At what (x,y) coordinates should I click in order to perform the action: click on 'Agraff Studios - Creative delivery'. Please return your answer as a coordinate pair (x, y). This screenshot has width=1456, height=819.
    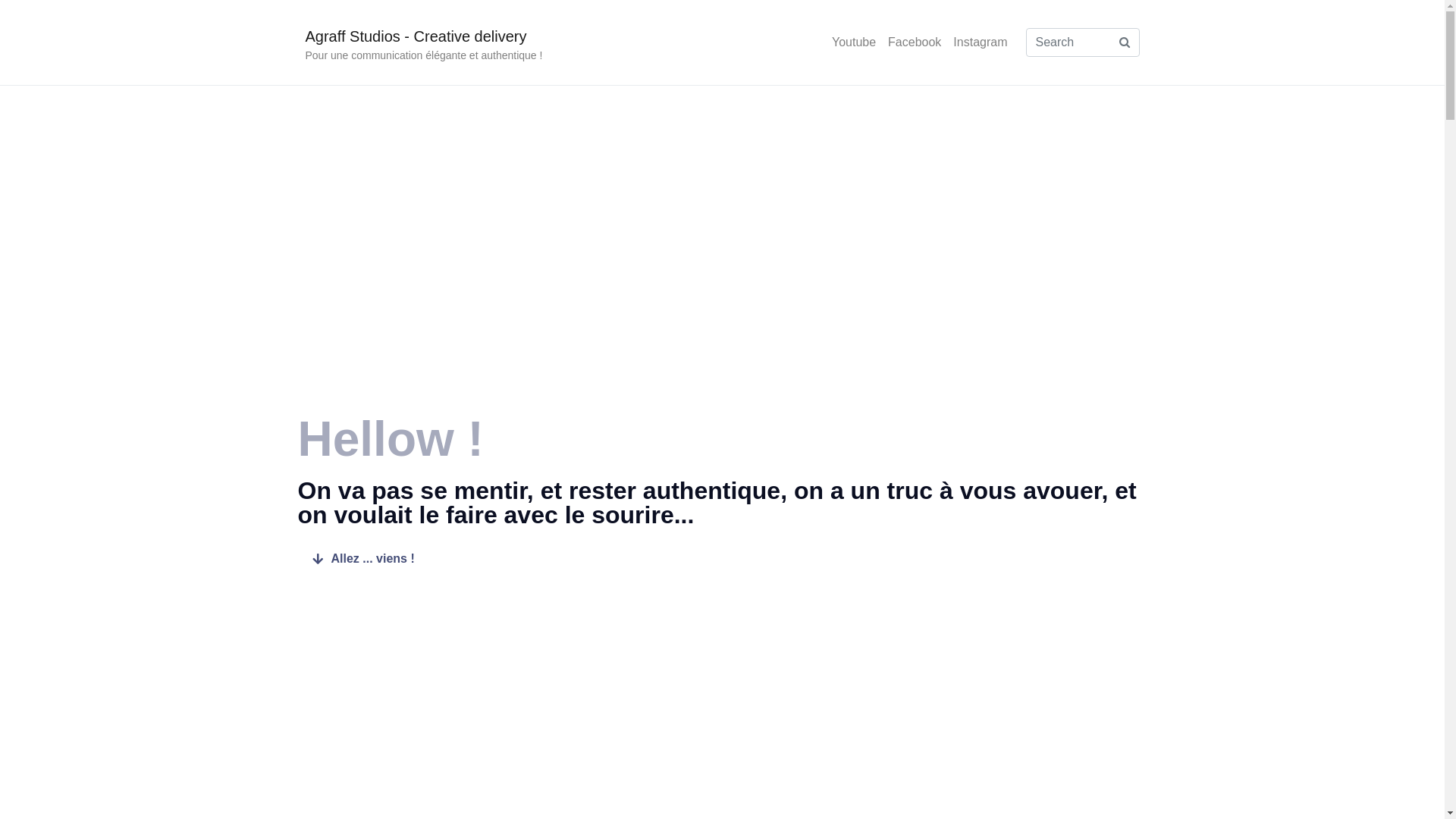
    Looking at the image, I should click on (415, 35).